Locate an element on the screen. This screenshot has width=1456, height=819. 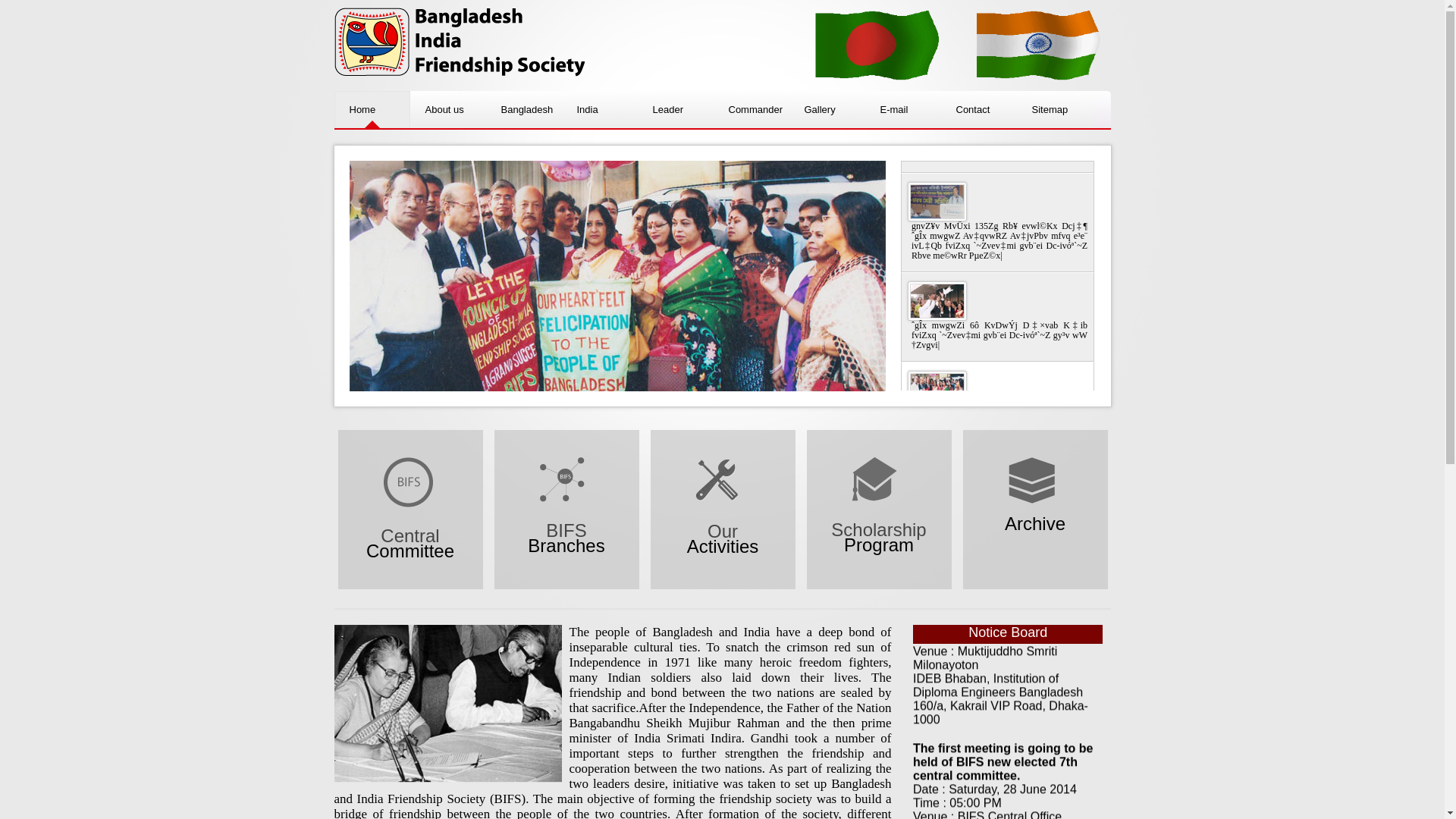
'E-mail' is located at coordinates (902, 108).